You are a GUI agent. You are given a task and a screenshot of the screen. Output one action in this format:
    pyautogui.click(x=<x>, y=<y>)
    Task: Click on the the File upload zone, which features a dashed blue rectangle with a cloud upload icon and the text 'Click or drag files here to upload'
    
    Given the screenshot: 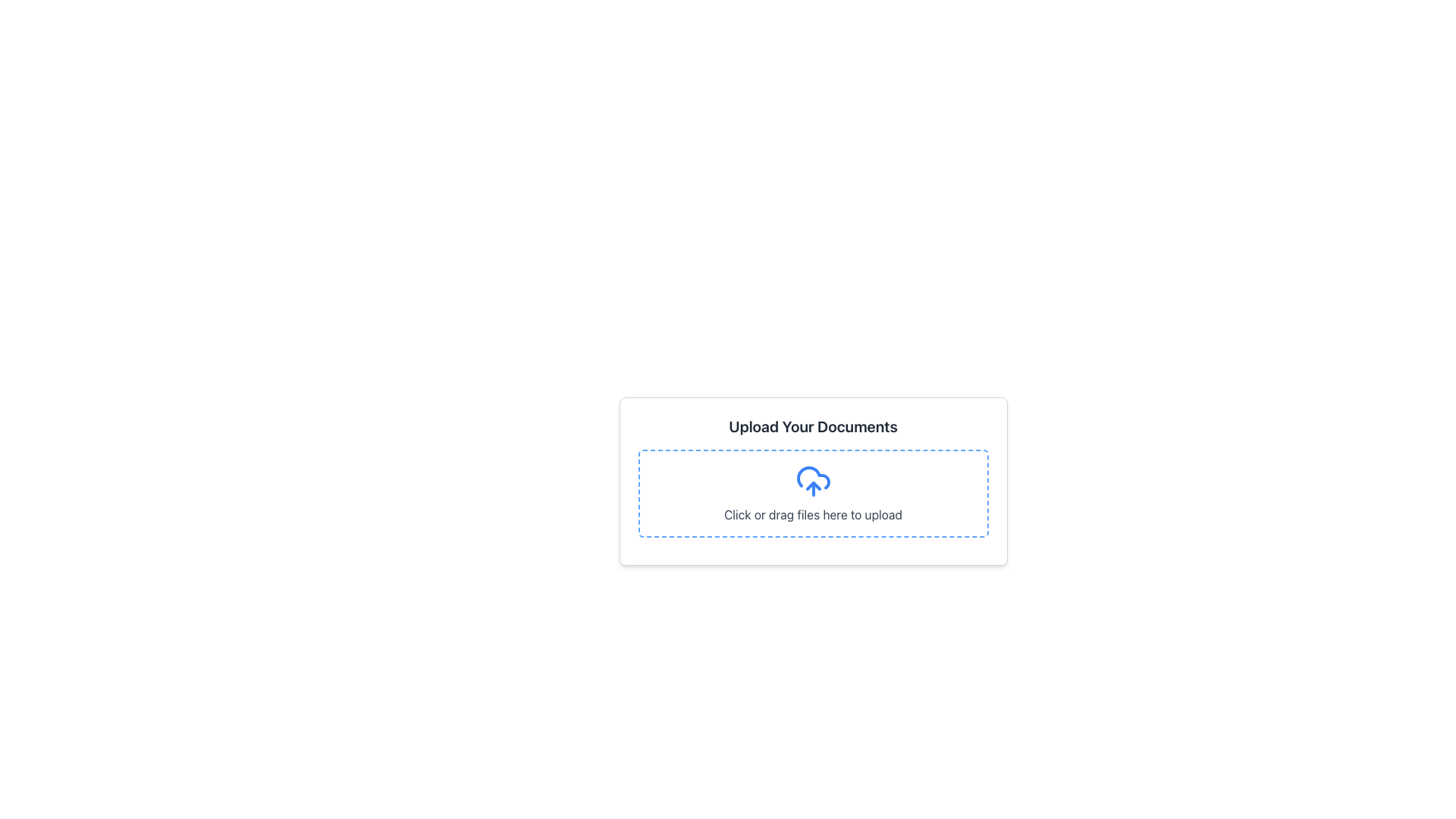 What is the action you would take?
    pyautogui.click(x=812, y=482)
    